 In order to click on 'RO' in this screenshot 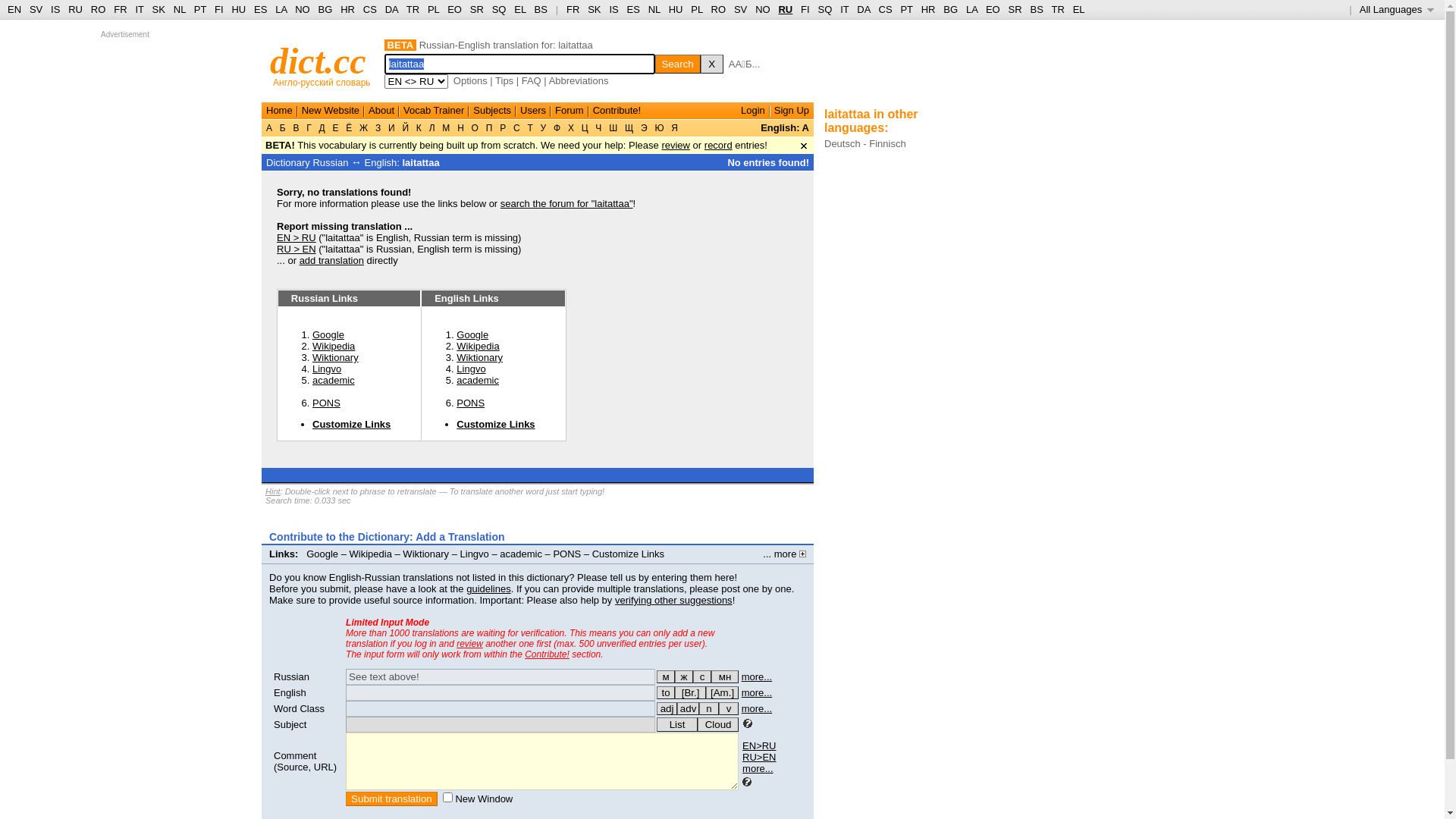, I will do `click(97, 9)`.